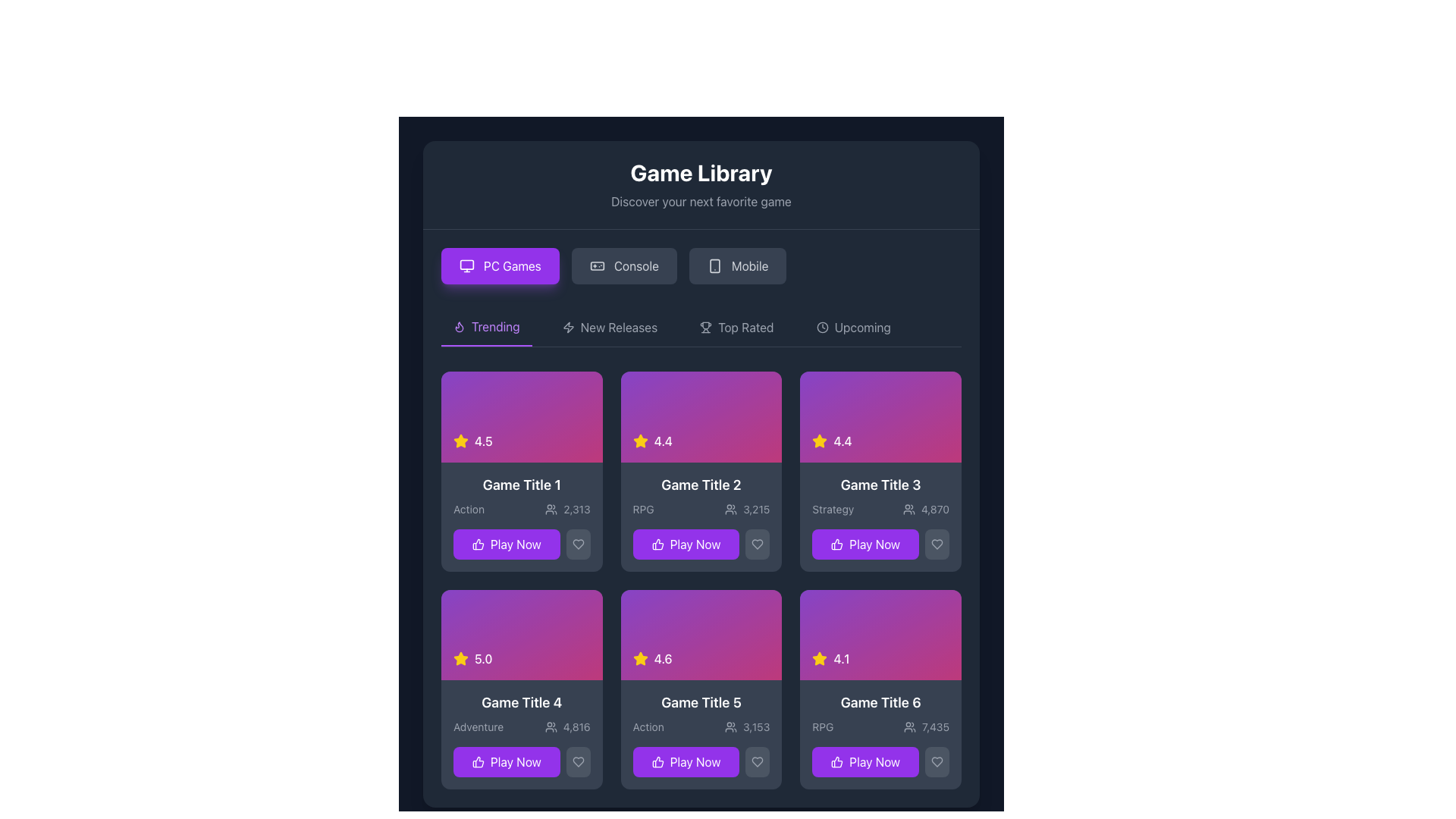 This screenshot has width=1456, height=819. I want to click on the descriptive information element that displays the genre 'Adventure' and player count '4,816' located in the bottom half of the fourth game card in the second row, below 'Game Title 4' and above the 'Play Now' button, so click(522, 726).